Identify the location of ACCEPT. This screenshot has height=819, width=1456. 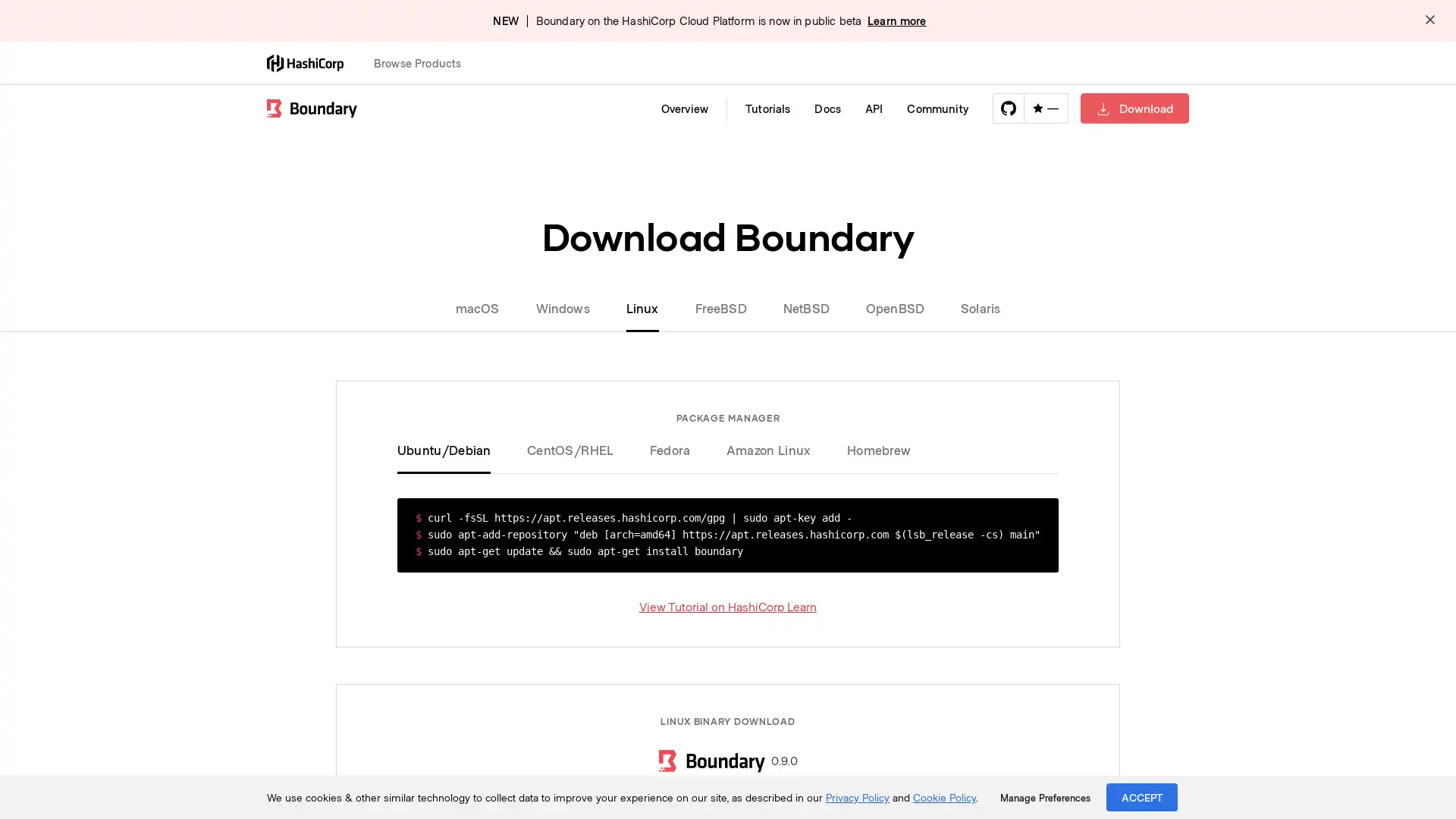
(1142, 796).